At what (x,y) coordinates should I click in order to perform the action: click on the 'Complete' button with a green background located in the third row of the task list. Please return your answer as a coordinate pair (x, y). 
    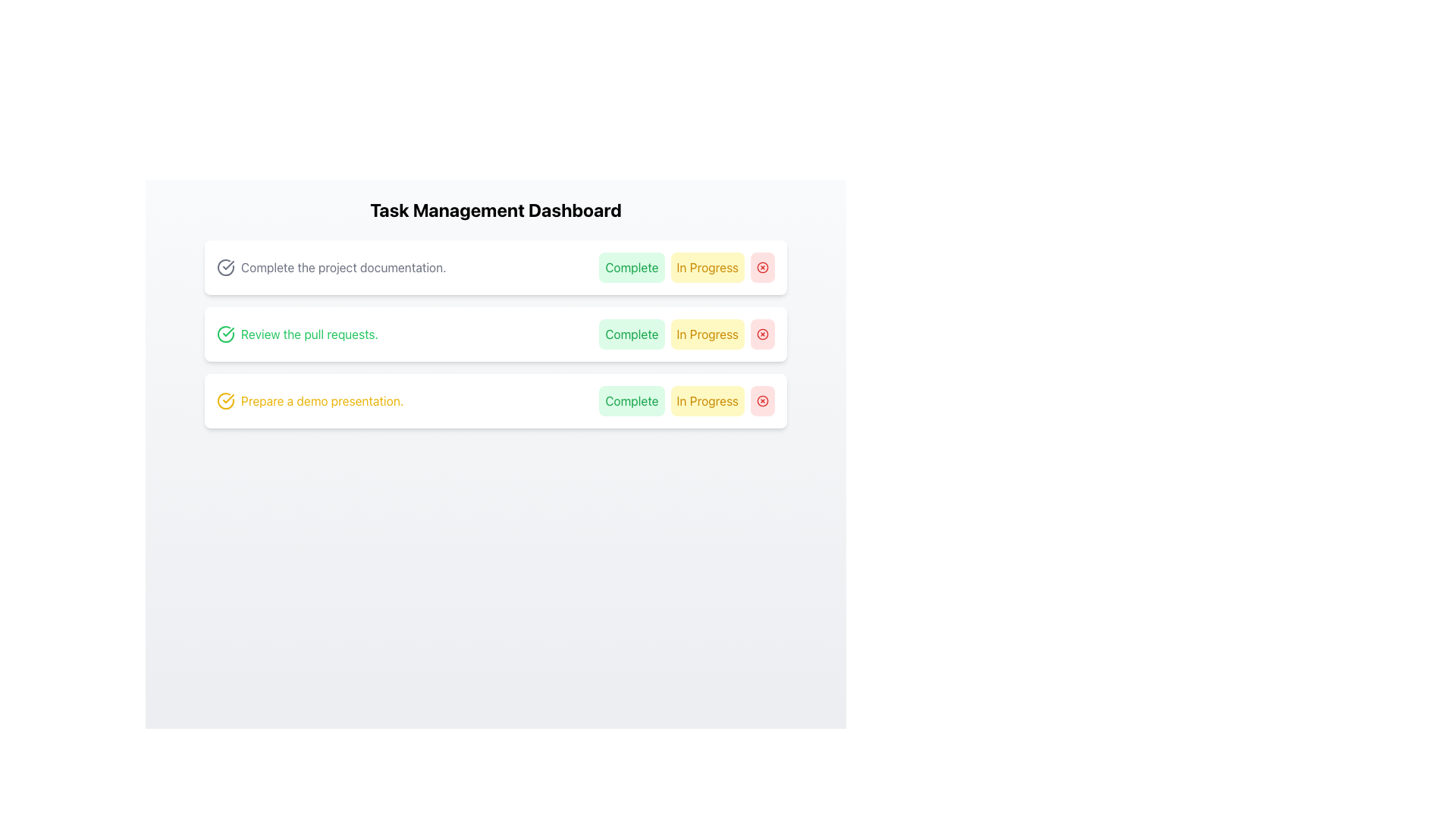
    Looking at the image, I should click on (632, 400).